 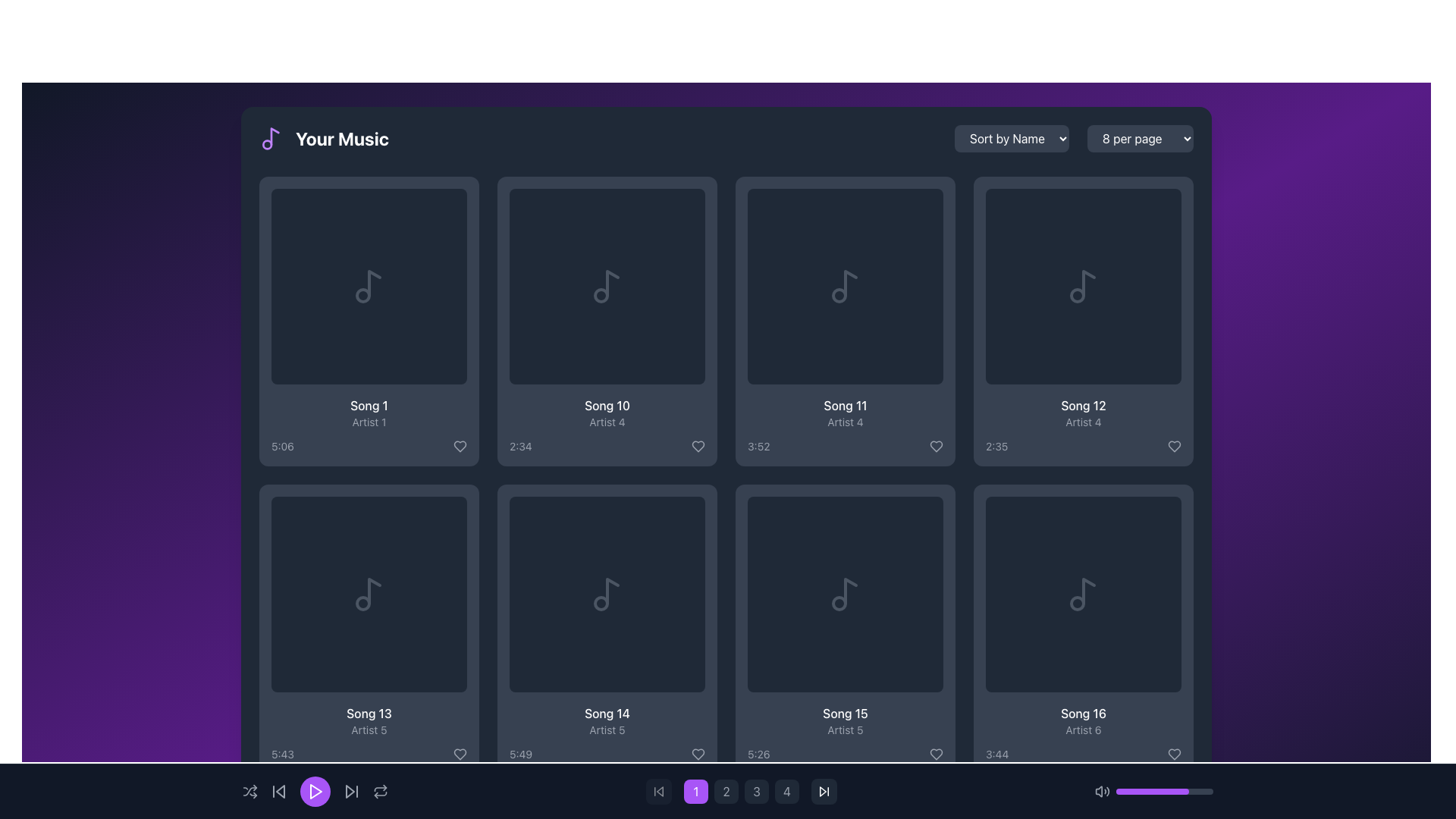 I want to click on the text element displaying the title of the music track 'Song 12', which is located in the far-right position of the first row of the grid layout, so click(x=1083, y=405).